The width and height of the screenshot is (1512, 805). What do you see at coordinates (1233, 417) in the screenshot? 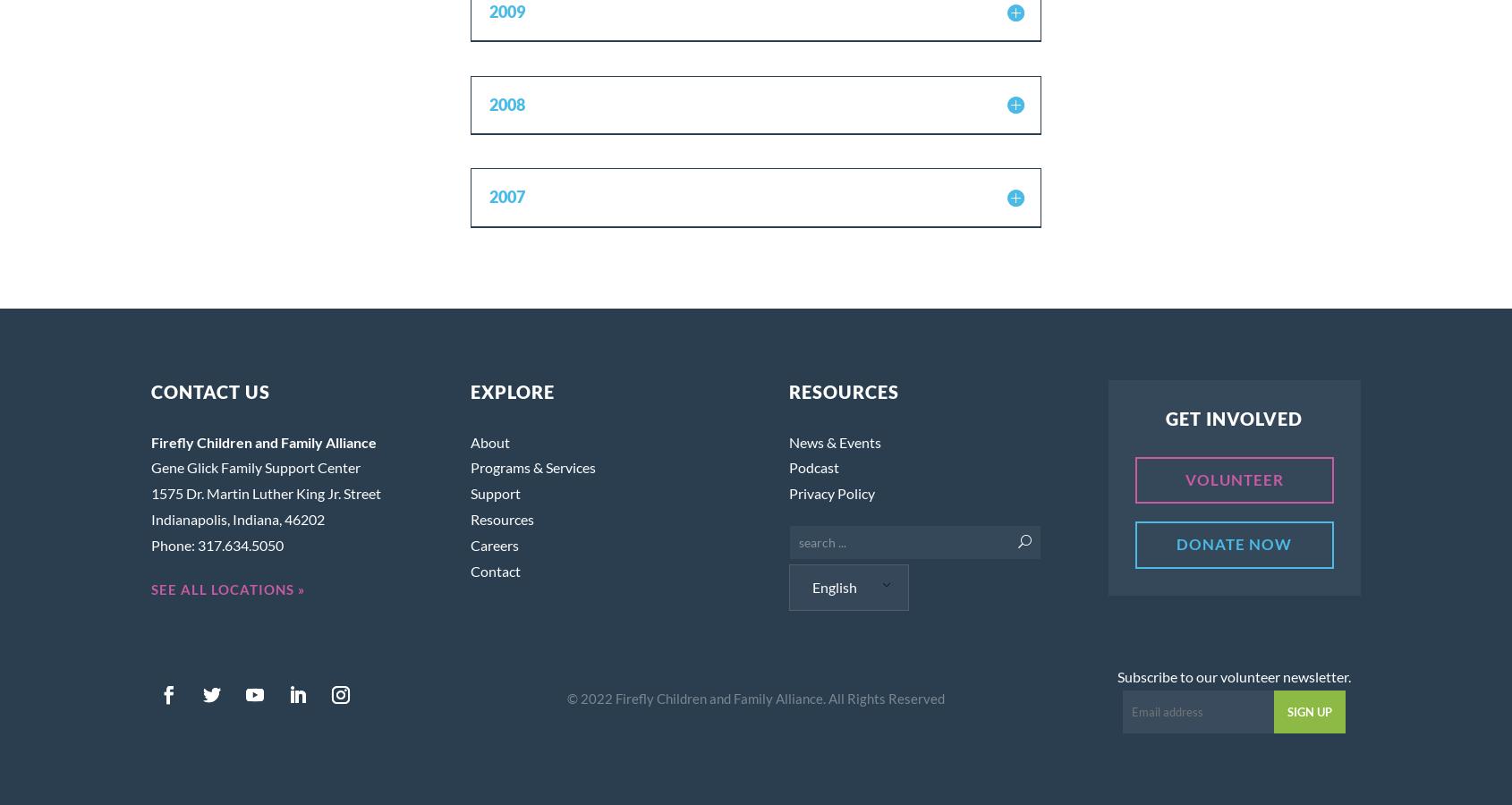
I see `'Get Involved'` at bounding box center [1233, 417].